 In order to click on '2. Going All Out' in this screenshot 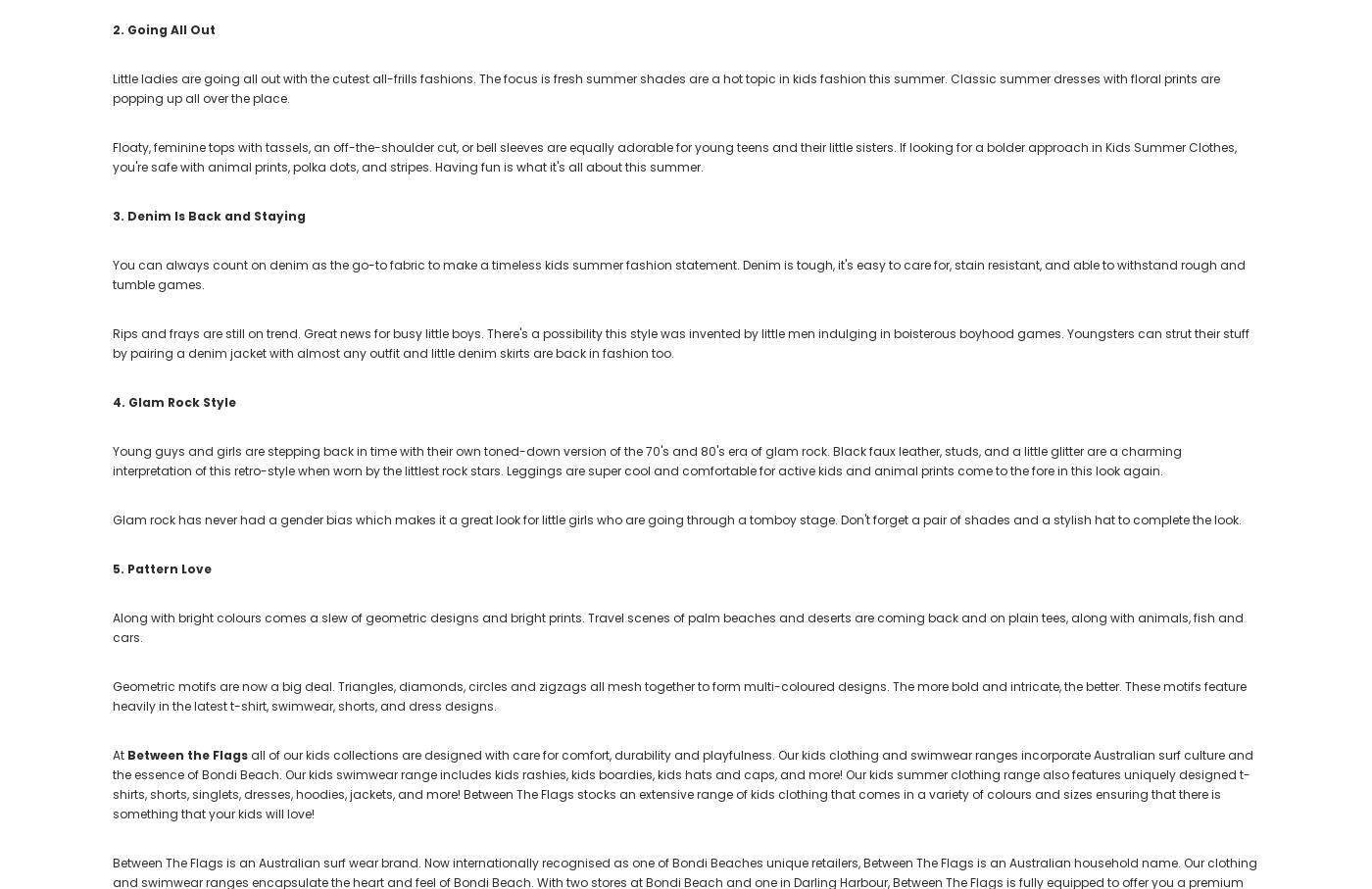, I will do `click(164, 28)`.